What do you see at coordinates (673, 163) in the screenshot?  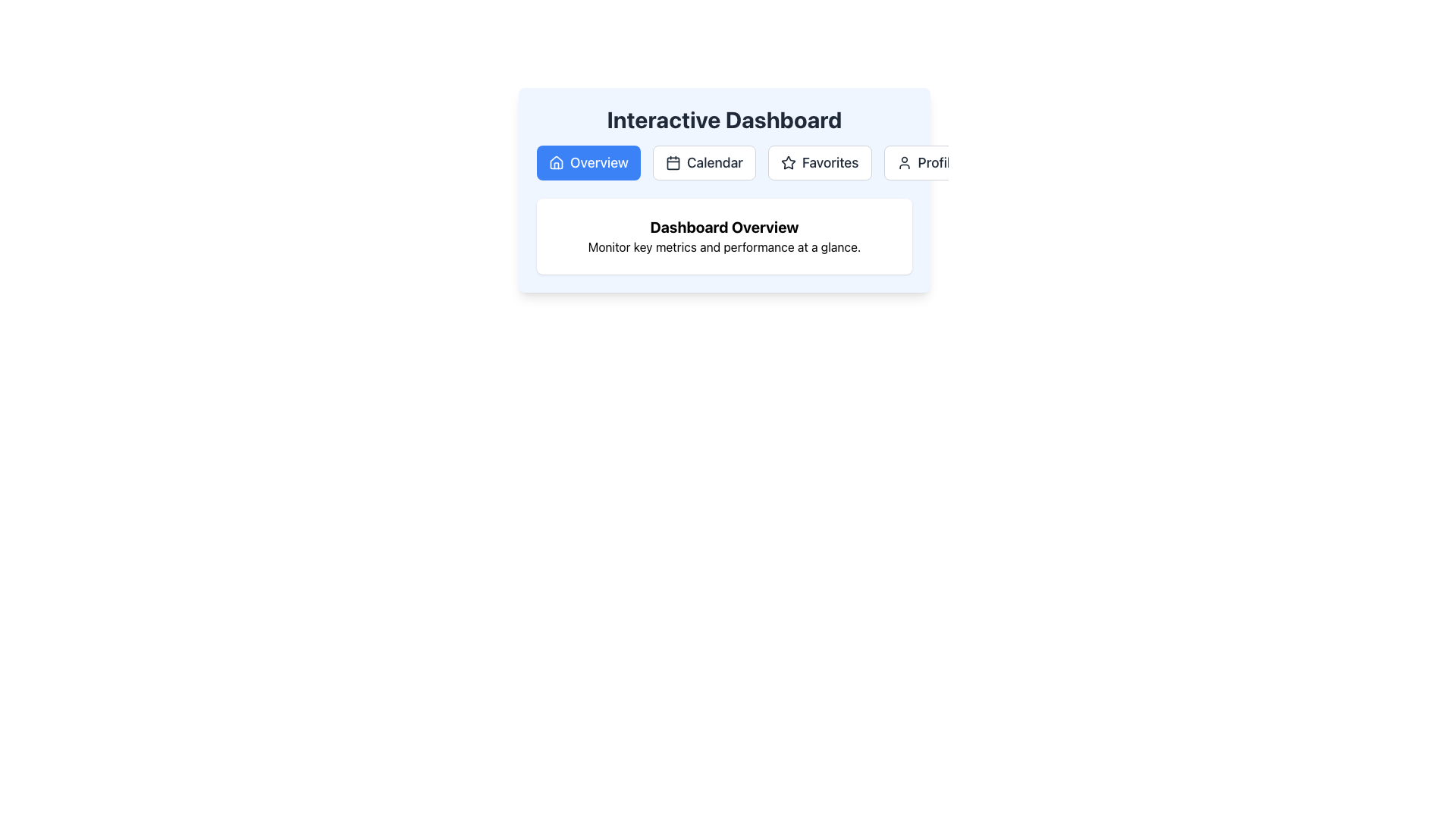 I see `the 'Calendar' navigation button icon` at bounding box center [673, 163].